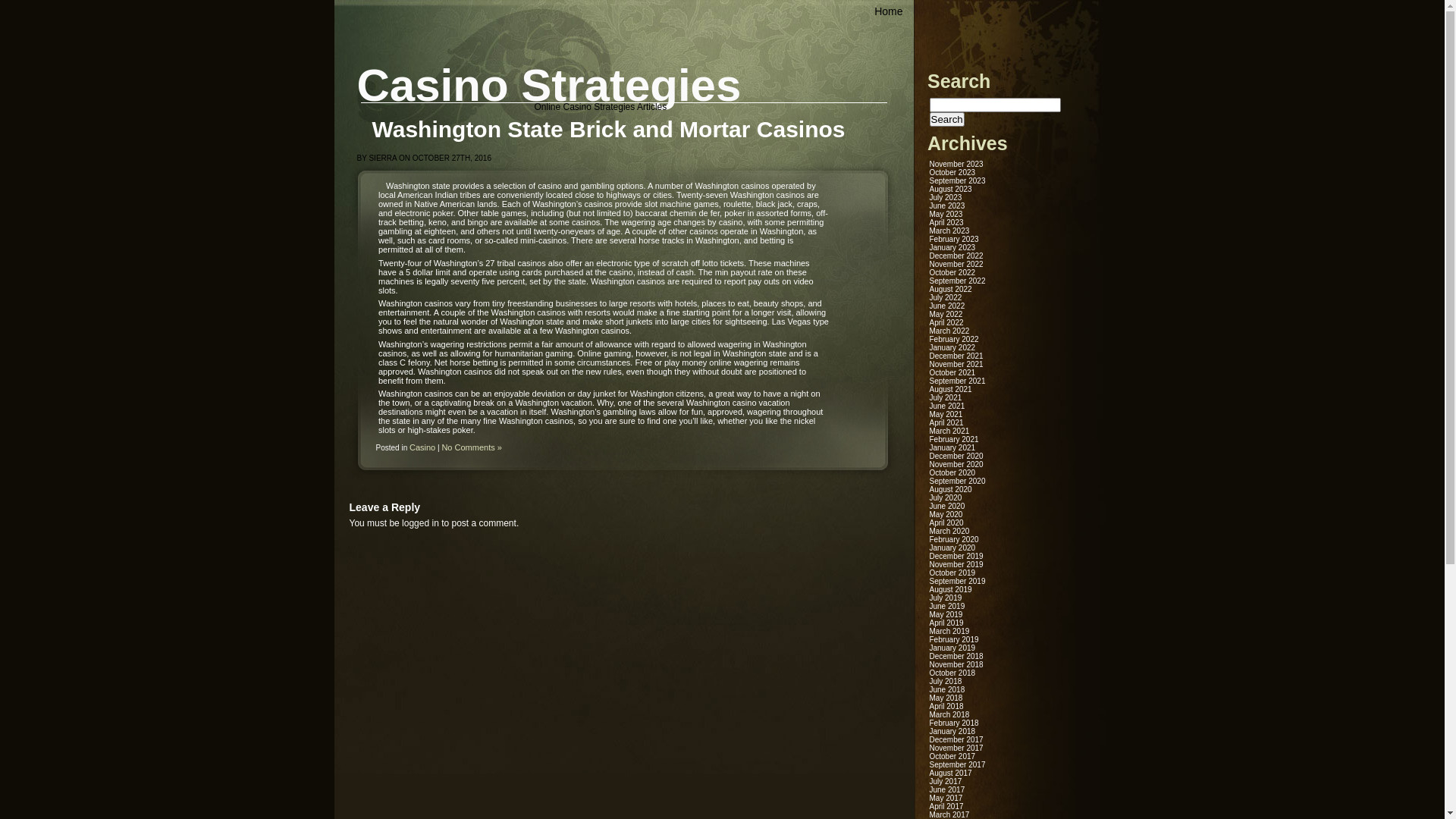 This screenshot has width=1456, height=819. What do you see at coordinates (928, 255) in the screenshot?
I see `'December 2022'` at bounding box center [928, 255].